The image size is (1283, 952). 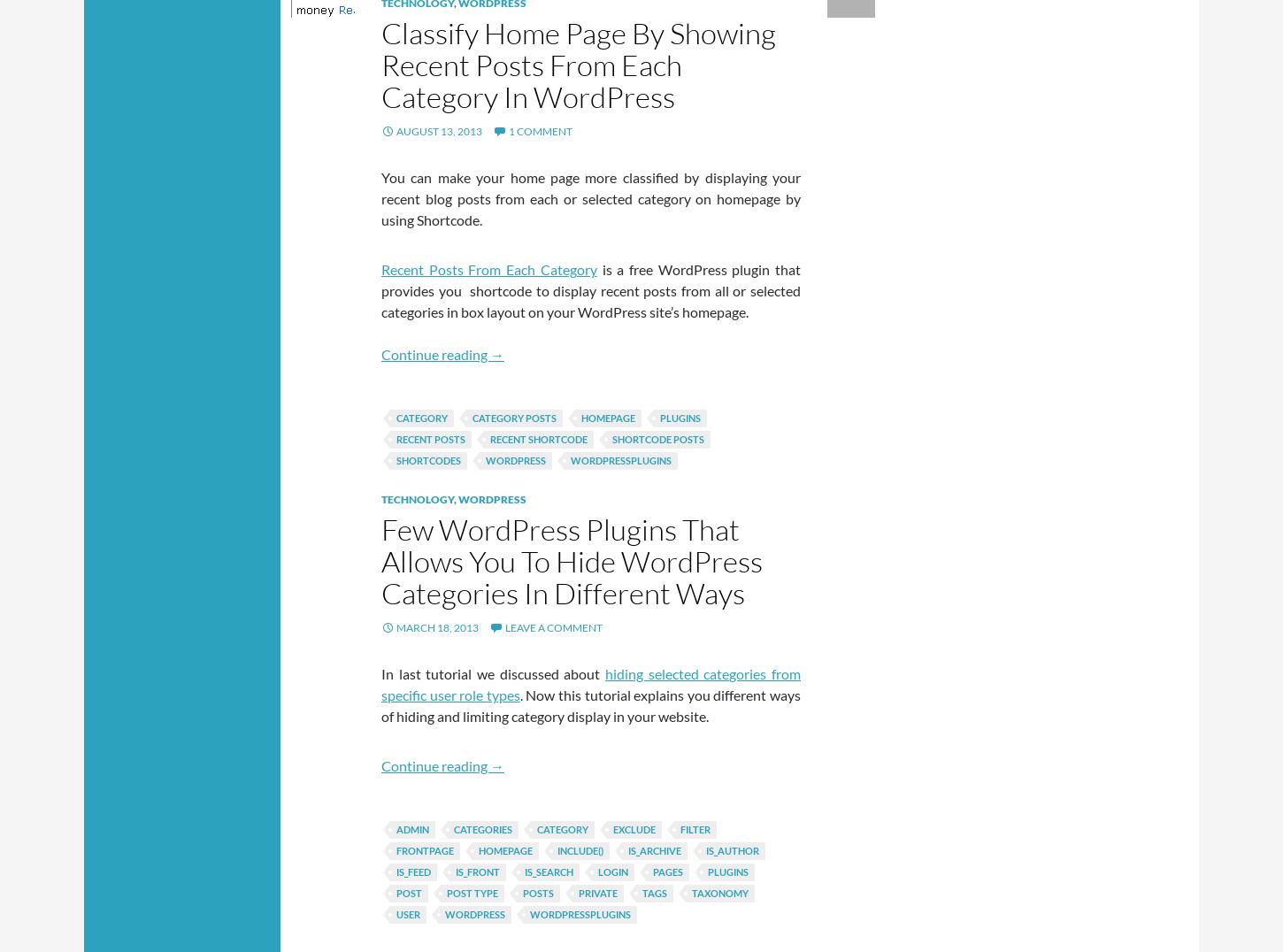 What do you see at coordinates (654, 850) in the screenshot?
I see `'is_archive'` at bounding box center [654, 850].